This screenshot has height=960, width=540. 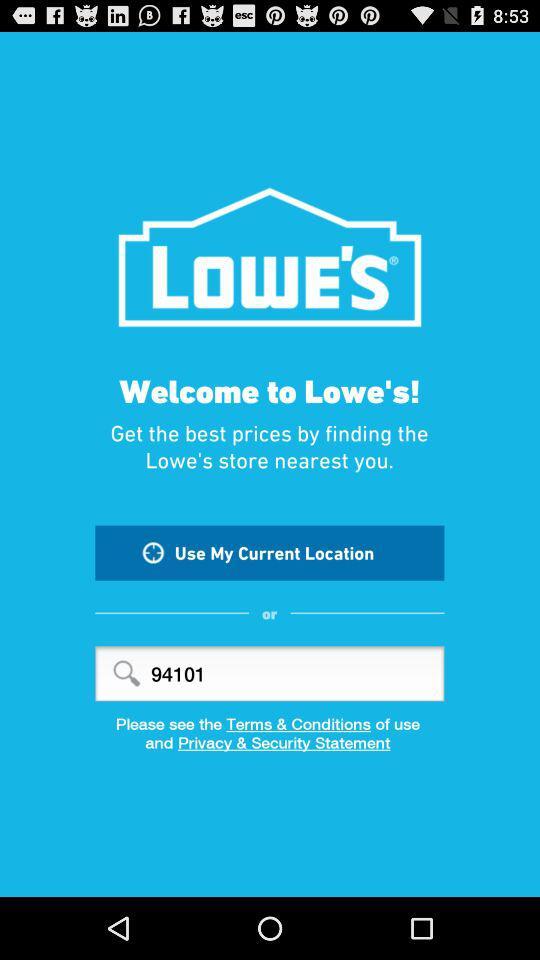 I want to click on use my current item, so click(x=269, y=552).